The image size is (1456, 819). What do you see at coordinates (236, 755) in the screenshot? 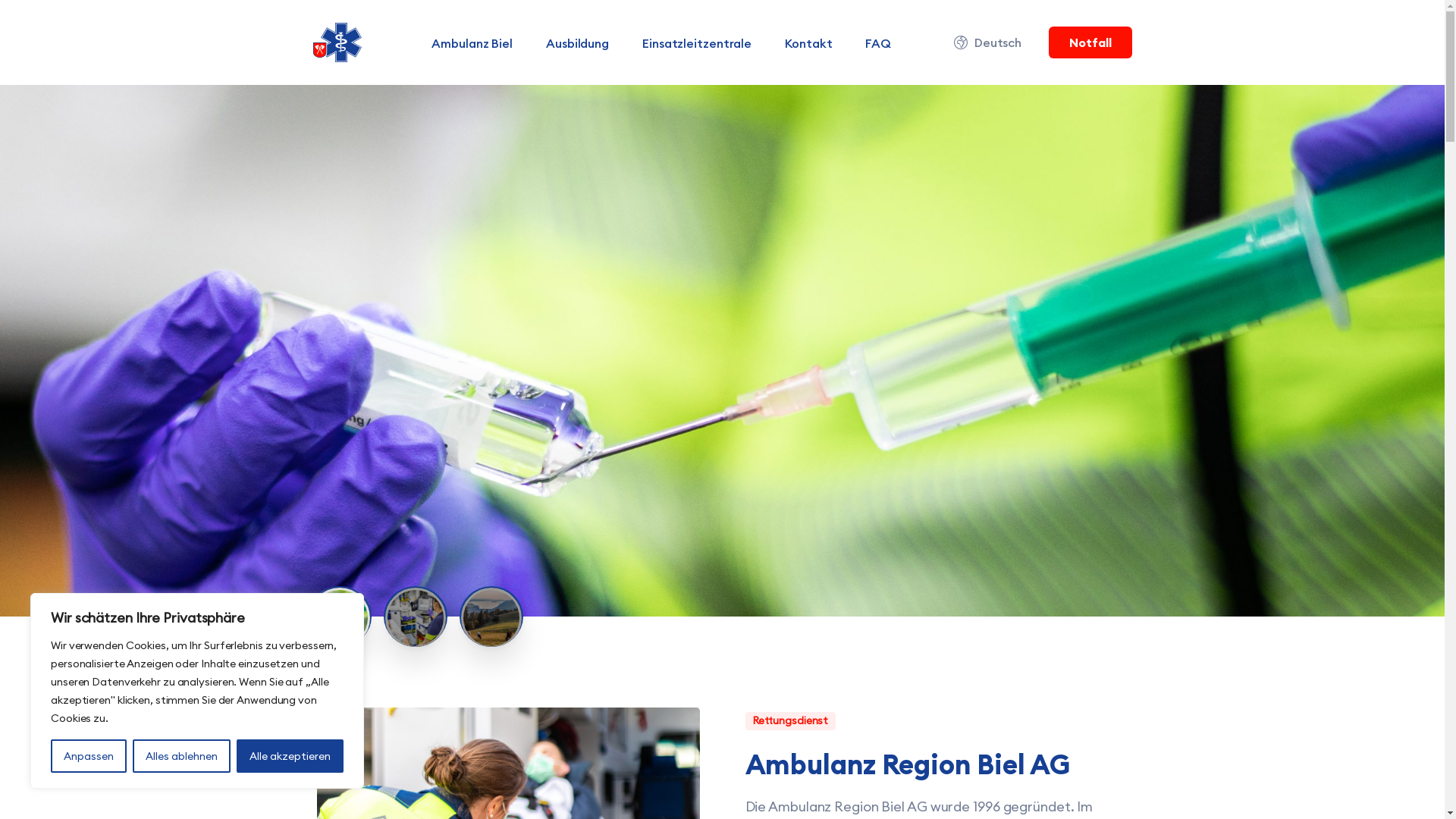
I see `'Alle akzeptieren'` at bounding box center [236, 755].